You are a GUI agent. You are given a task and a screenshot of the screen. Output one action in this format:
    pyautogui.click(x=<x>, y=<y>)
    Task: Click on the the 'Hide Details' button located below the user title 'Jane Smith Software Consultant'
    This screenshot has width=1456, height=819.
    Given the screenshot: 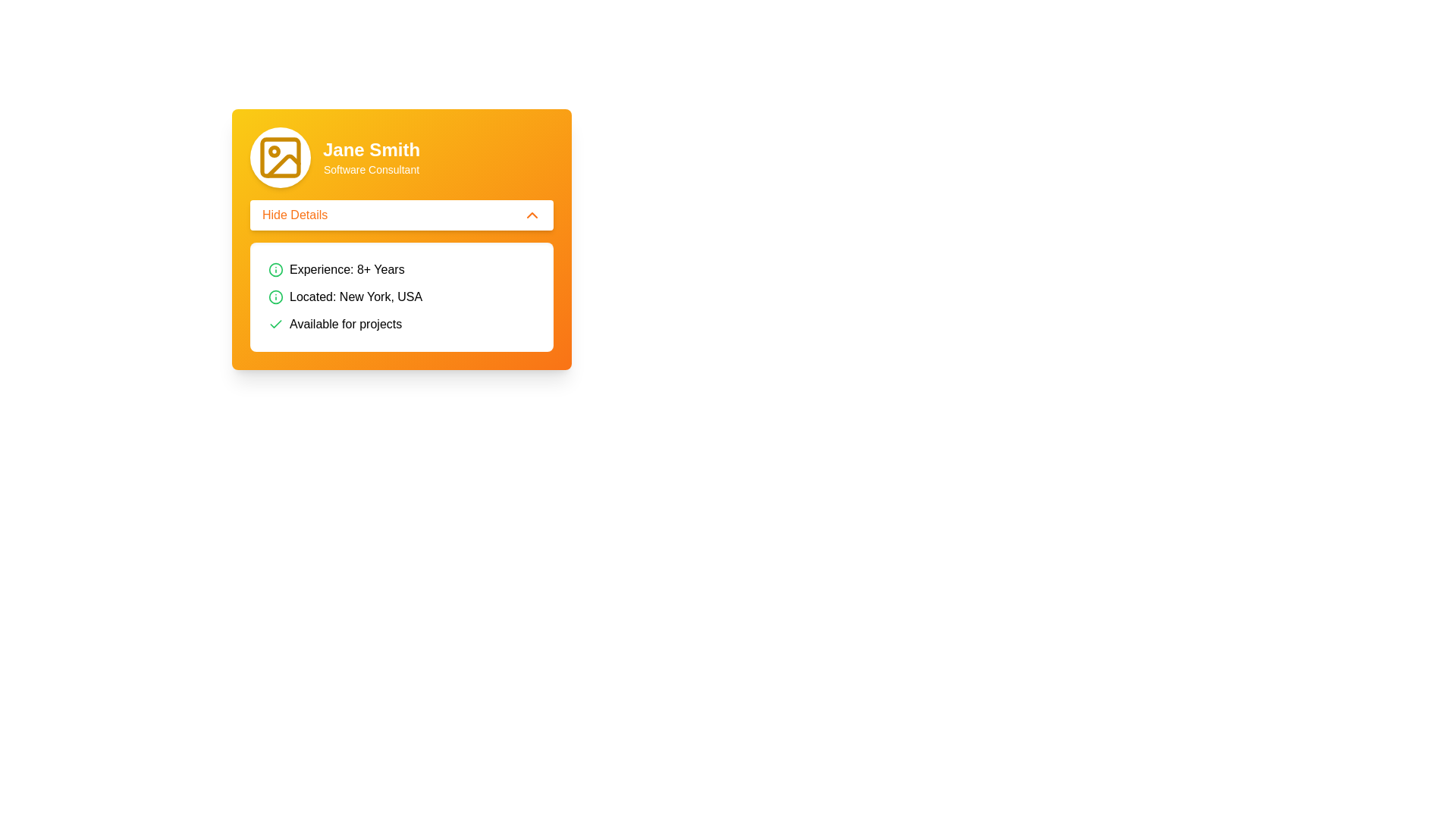 What is the action you would take?
    pyautogui.click(x=401, y=215)
    